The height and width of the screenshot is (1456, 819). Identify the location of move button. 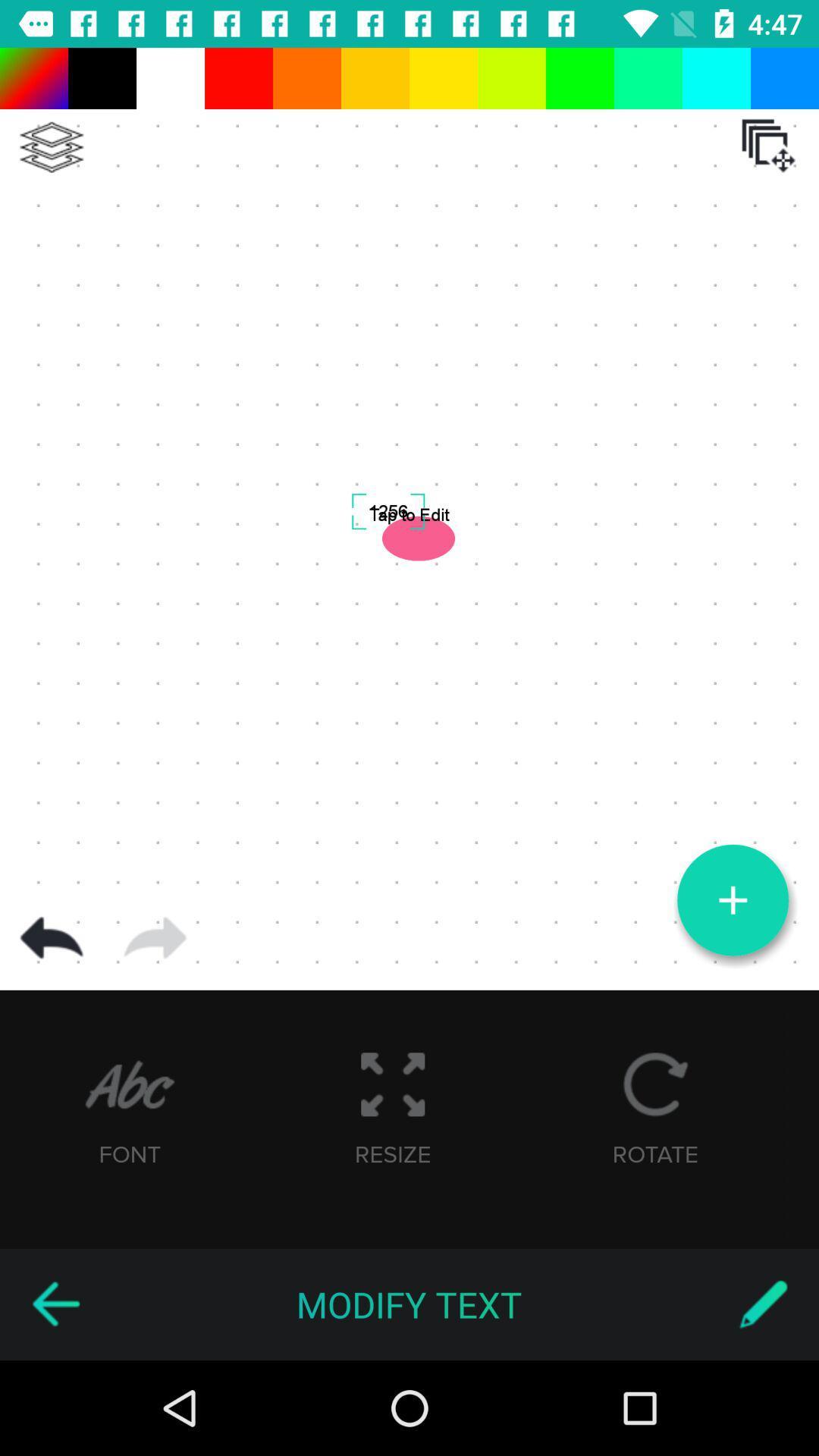
(768, 146).